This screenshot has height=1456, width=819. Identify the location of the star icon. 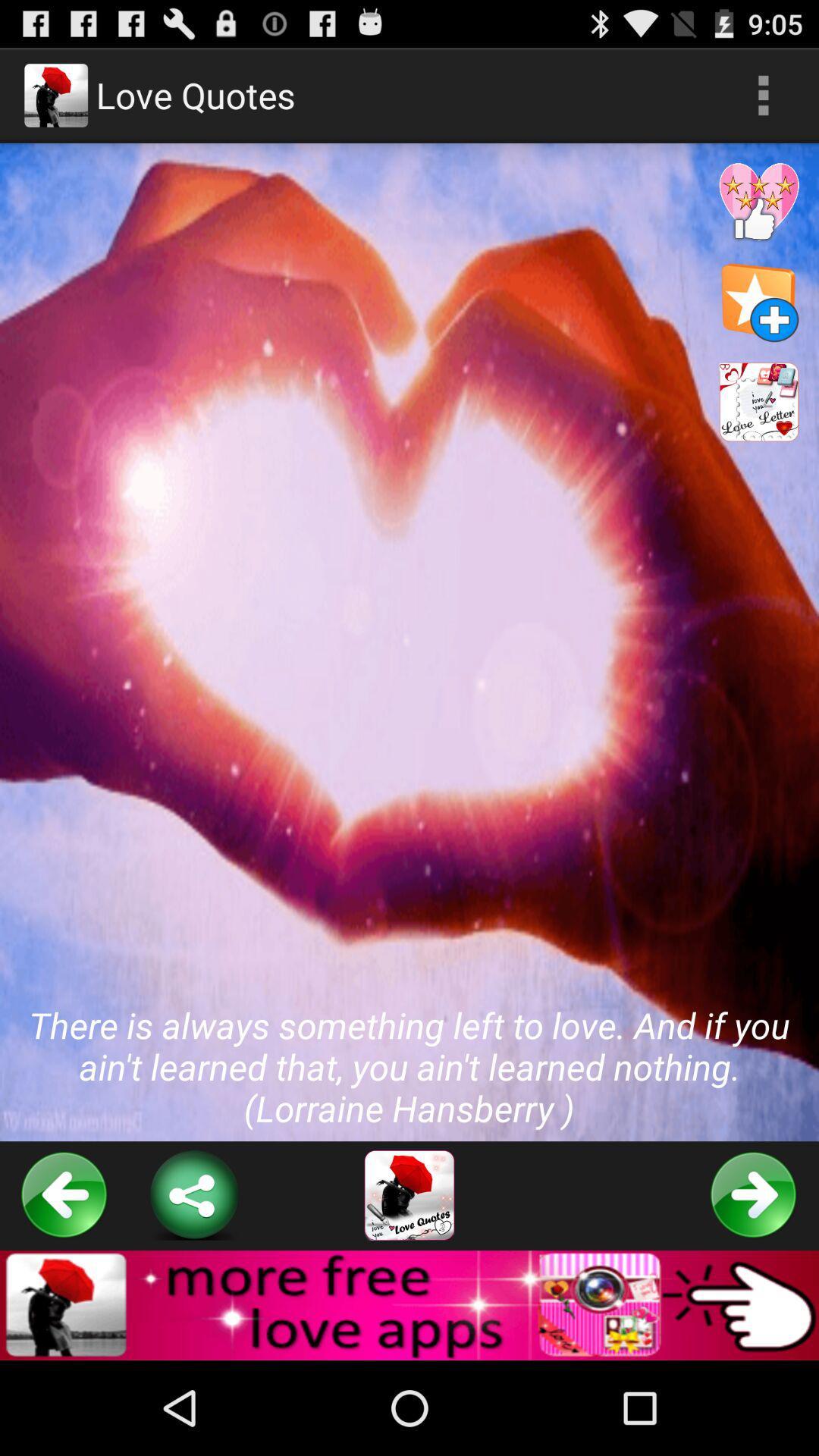
(759, 323).